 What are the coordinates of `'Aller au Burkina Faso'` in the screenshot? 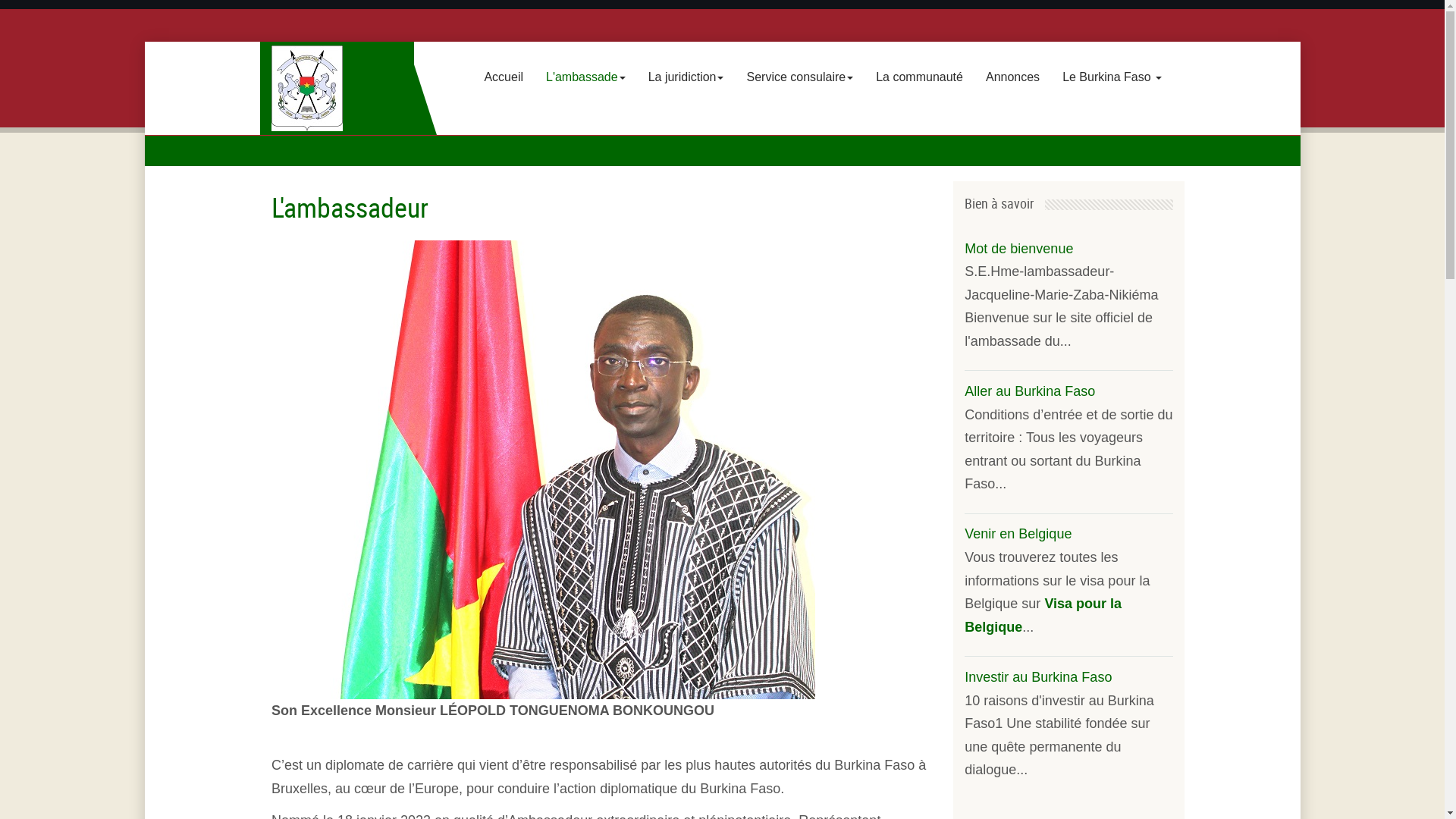 It's located at (1030, 391).